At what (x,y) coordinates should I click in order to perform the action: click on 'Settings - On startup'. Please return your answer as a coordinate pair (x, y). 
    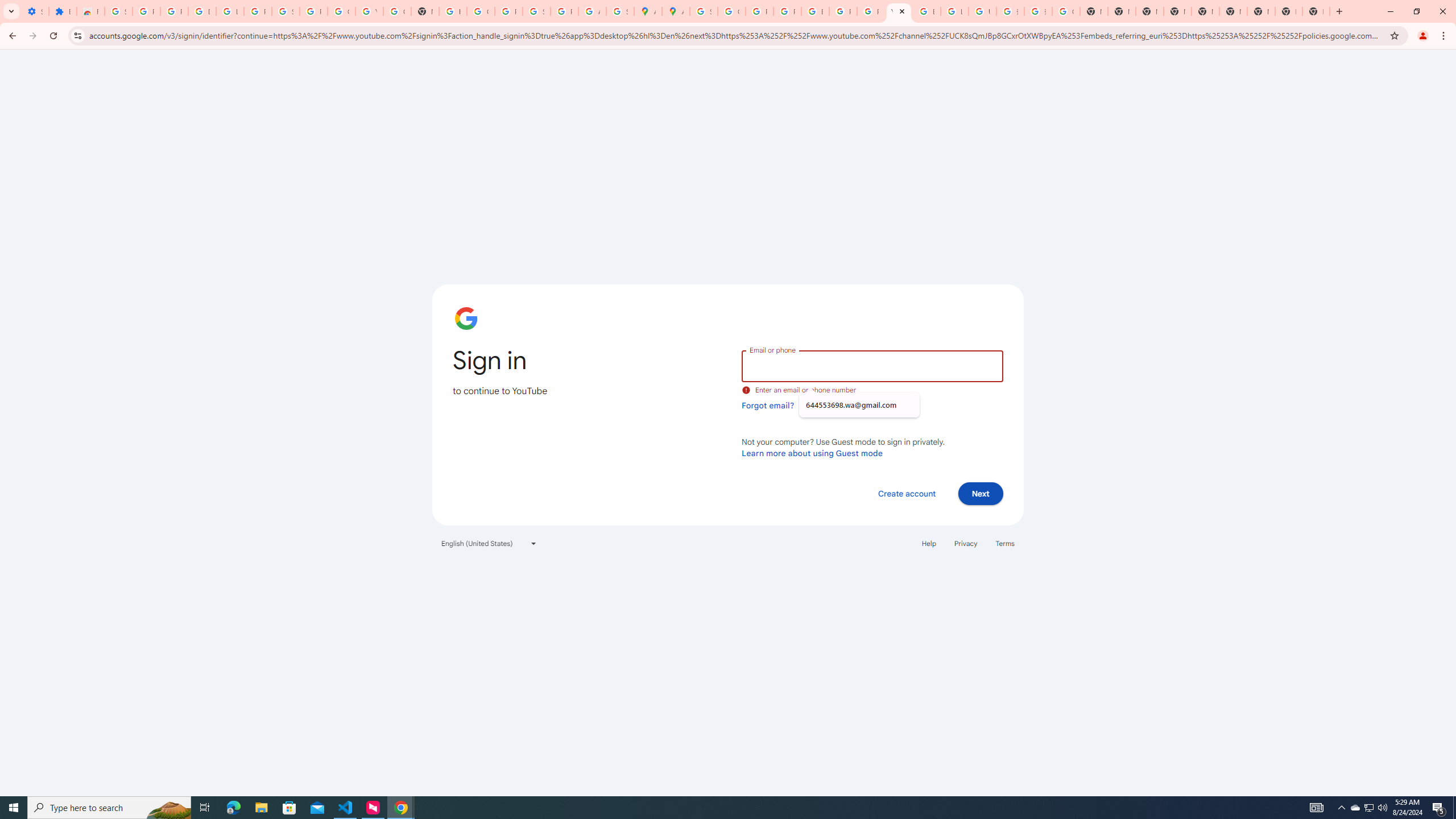
    Looking at the image, I should click on (35, 11).